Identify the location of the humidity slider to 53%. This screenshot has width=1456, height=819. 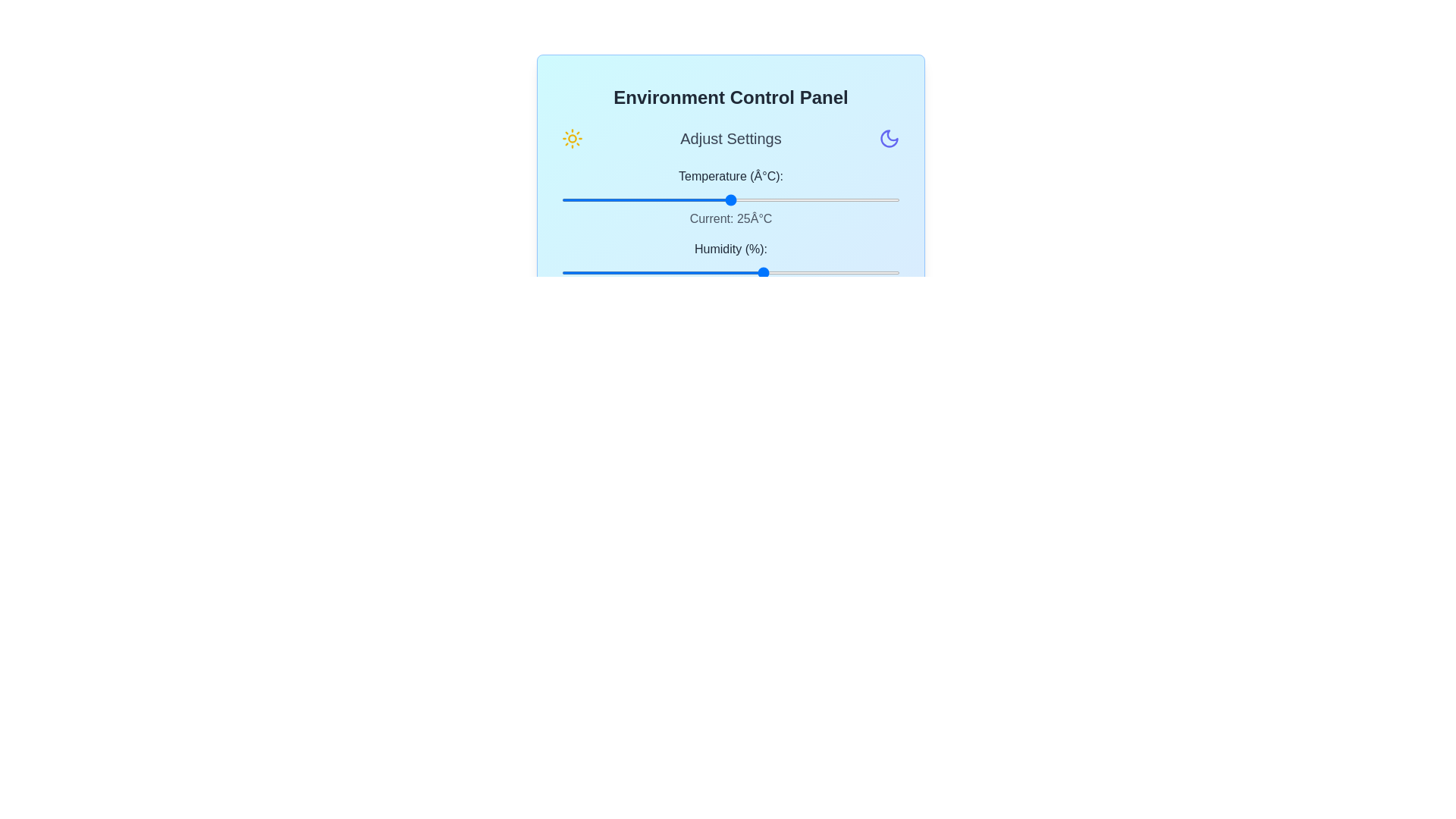
(741, 271).